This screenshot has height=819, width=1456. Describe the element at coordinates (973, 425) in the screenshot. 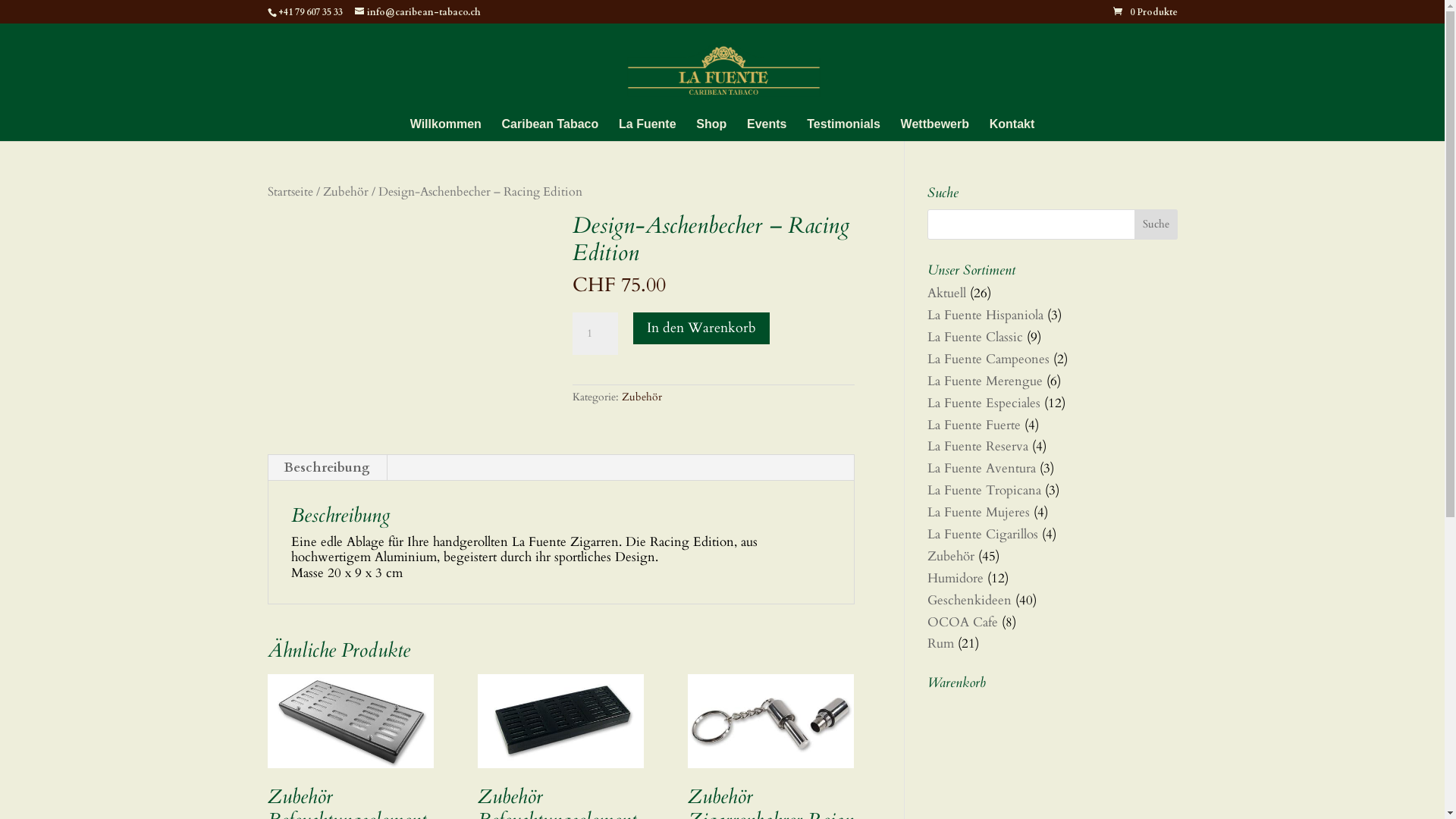

I see `'La Fuente Fuerte'` at that location.